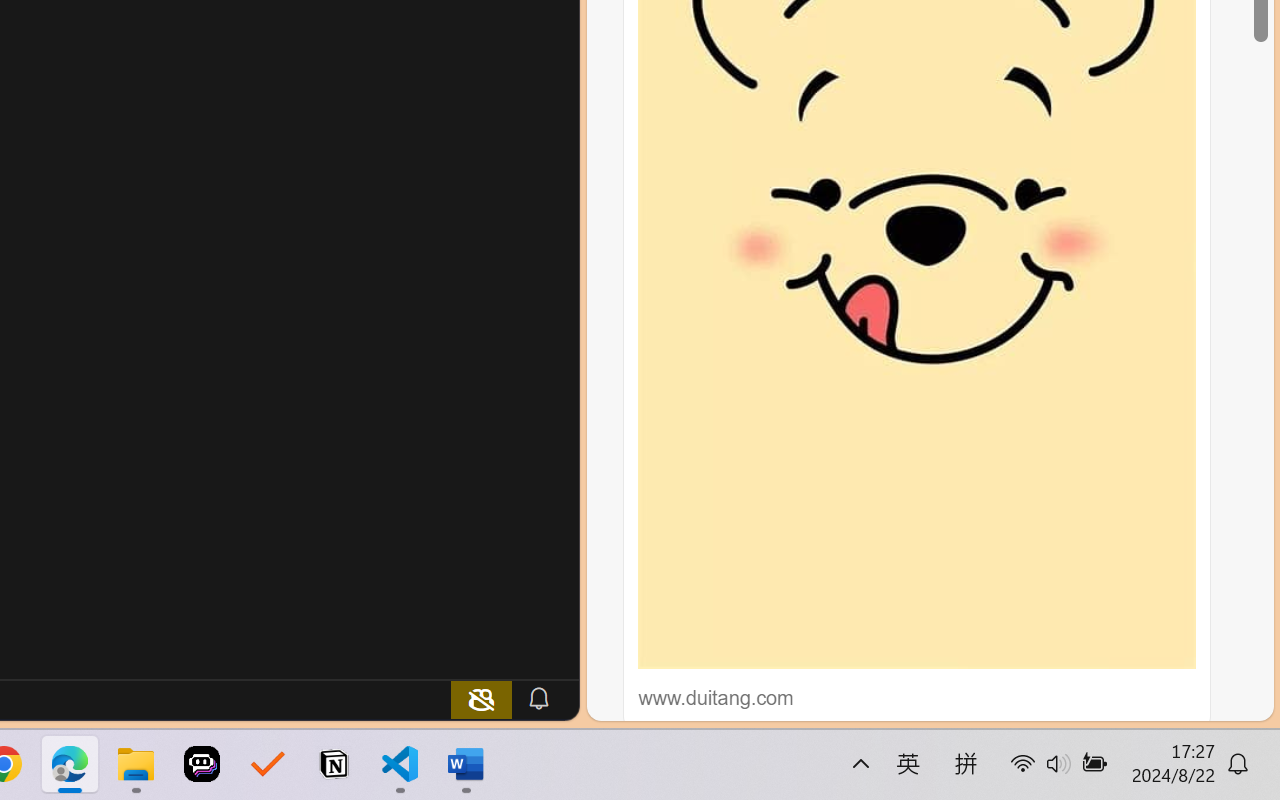 Image resolution: width=1280 pixels, height=800 pixels. I want to click on 'Notifications', so click(538, 698).